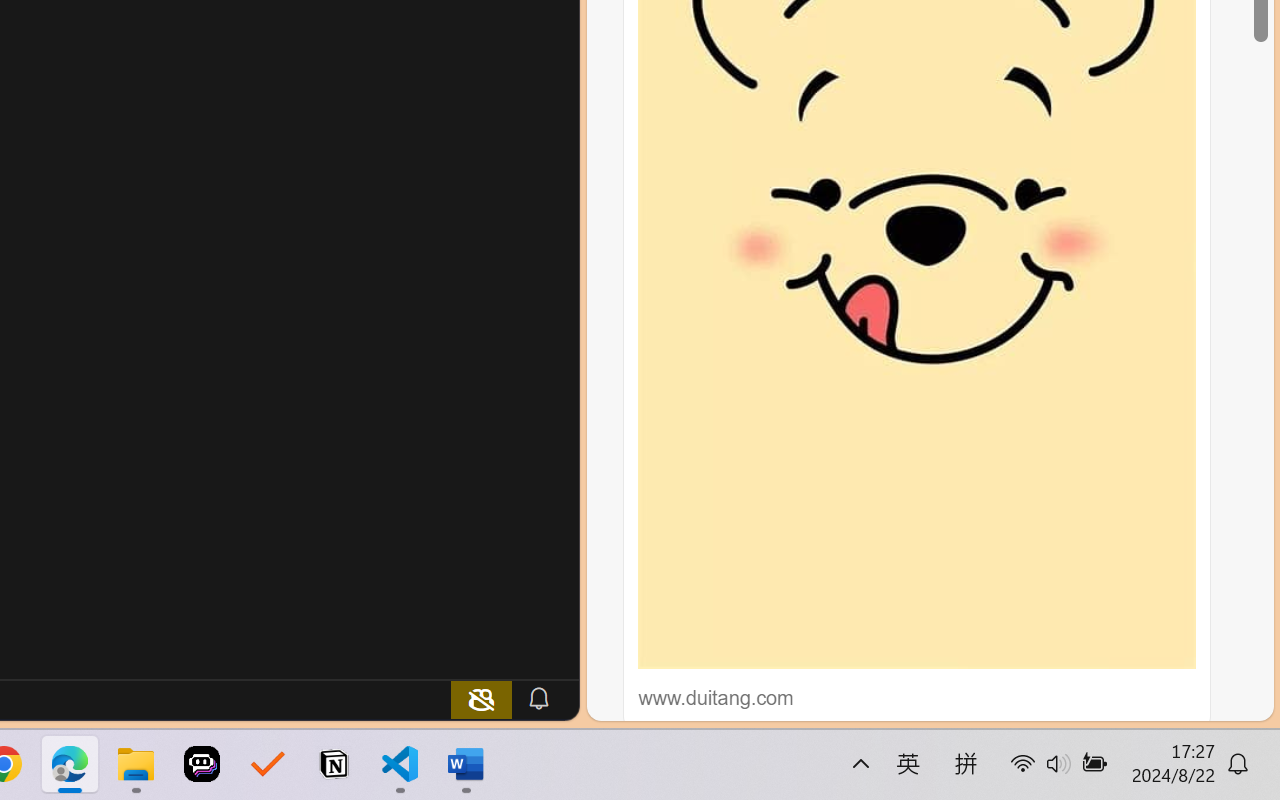 Image resolution: width=1280 pixels, height=800 pixels. I want to click on 'Notifications', so click(538, 698).